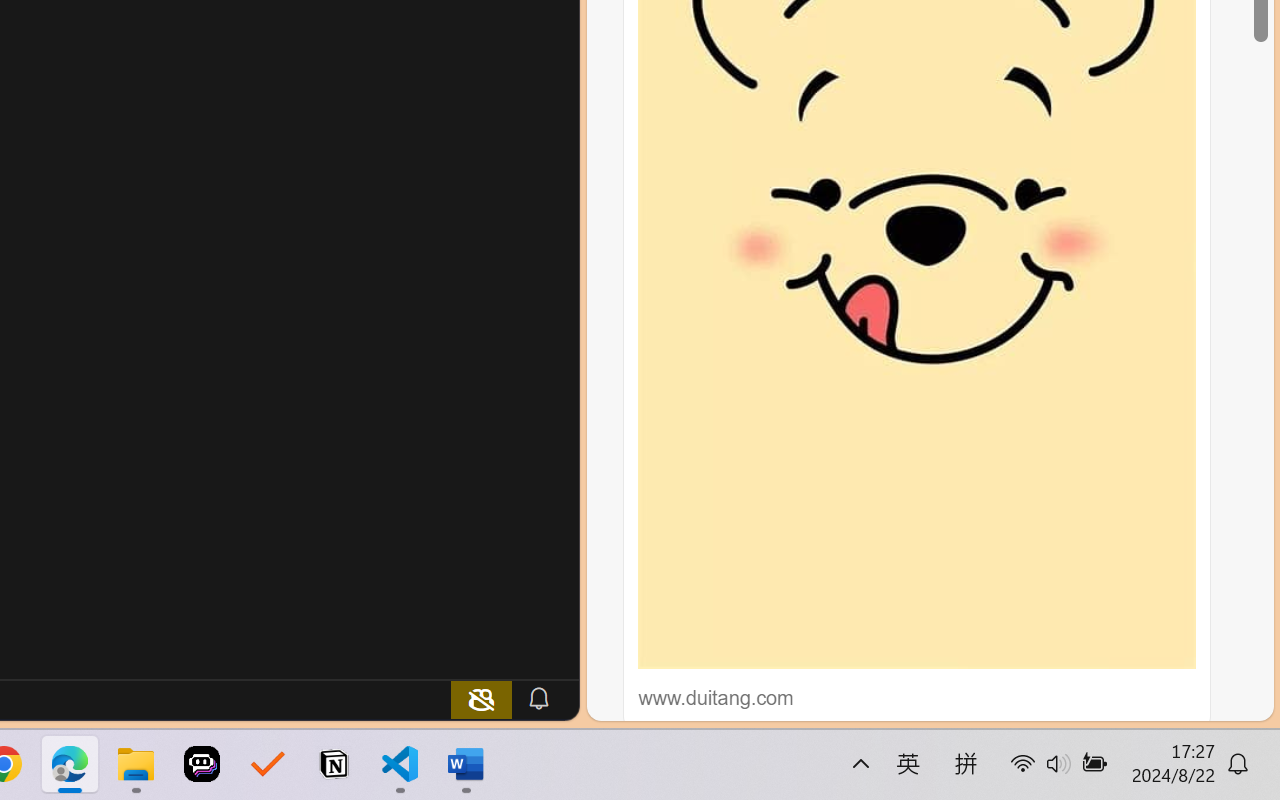 Image resolution: width=1280 pixels, height=800 pixels. I want to click on 'Notifications', so click(538, 698).